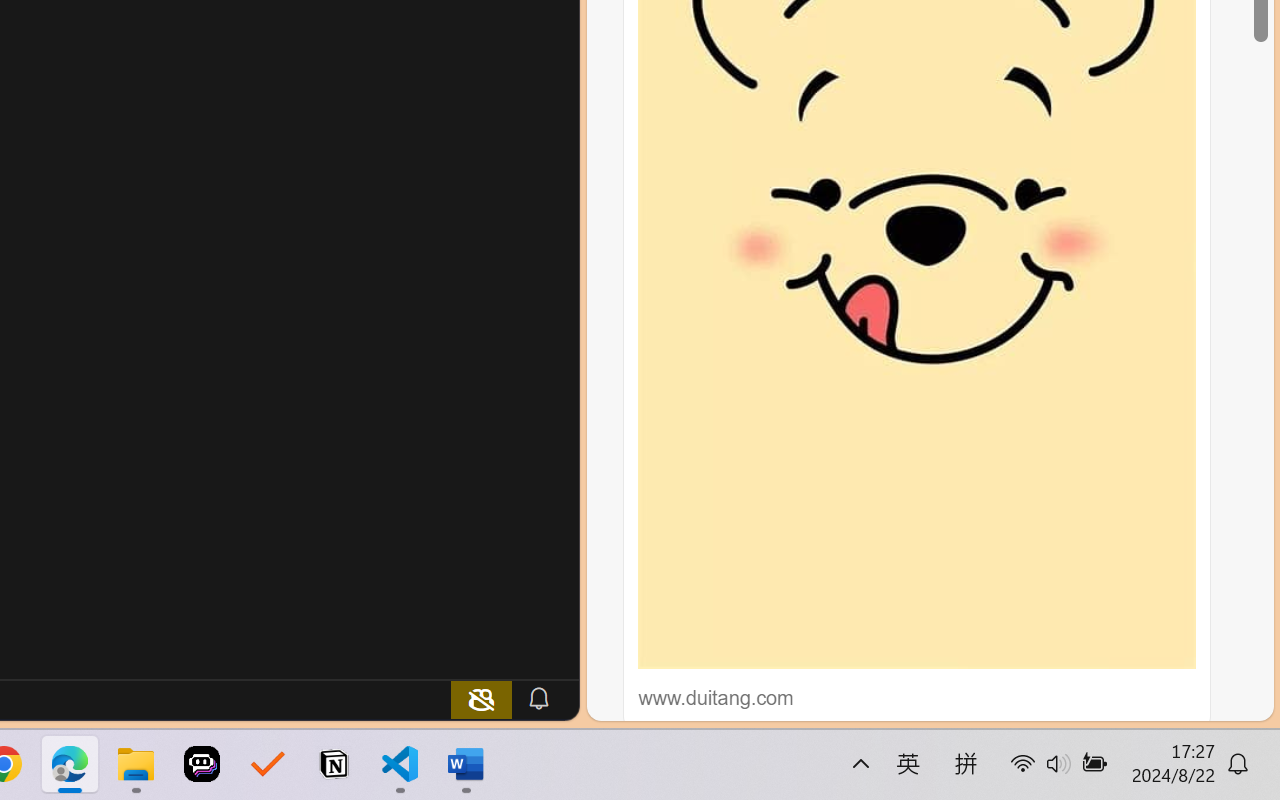 Image resolution: width=1280 pixels, height=800 pixels. I want to click on 'Notifications', so click(538, 698).